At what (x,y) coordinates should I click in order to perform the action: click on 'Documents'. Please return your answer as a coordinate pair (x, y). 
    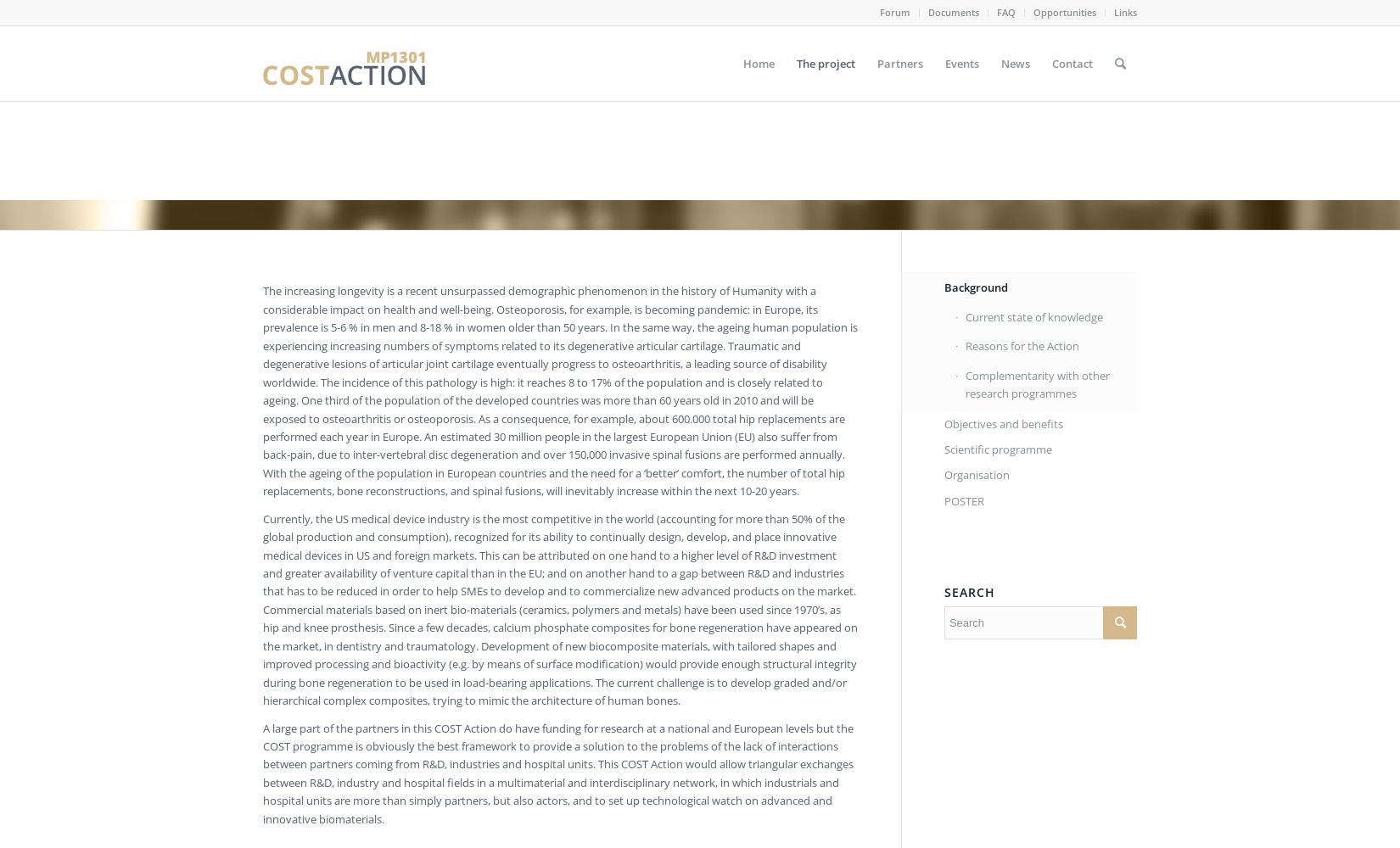
    Looking at the image, I should click on (953, 12).